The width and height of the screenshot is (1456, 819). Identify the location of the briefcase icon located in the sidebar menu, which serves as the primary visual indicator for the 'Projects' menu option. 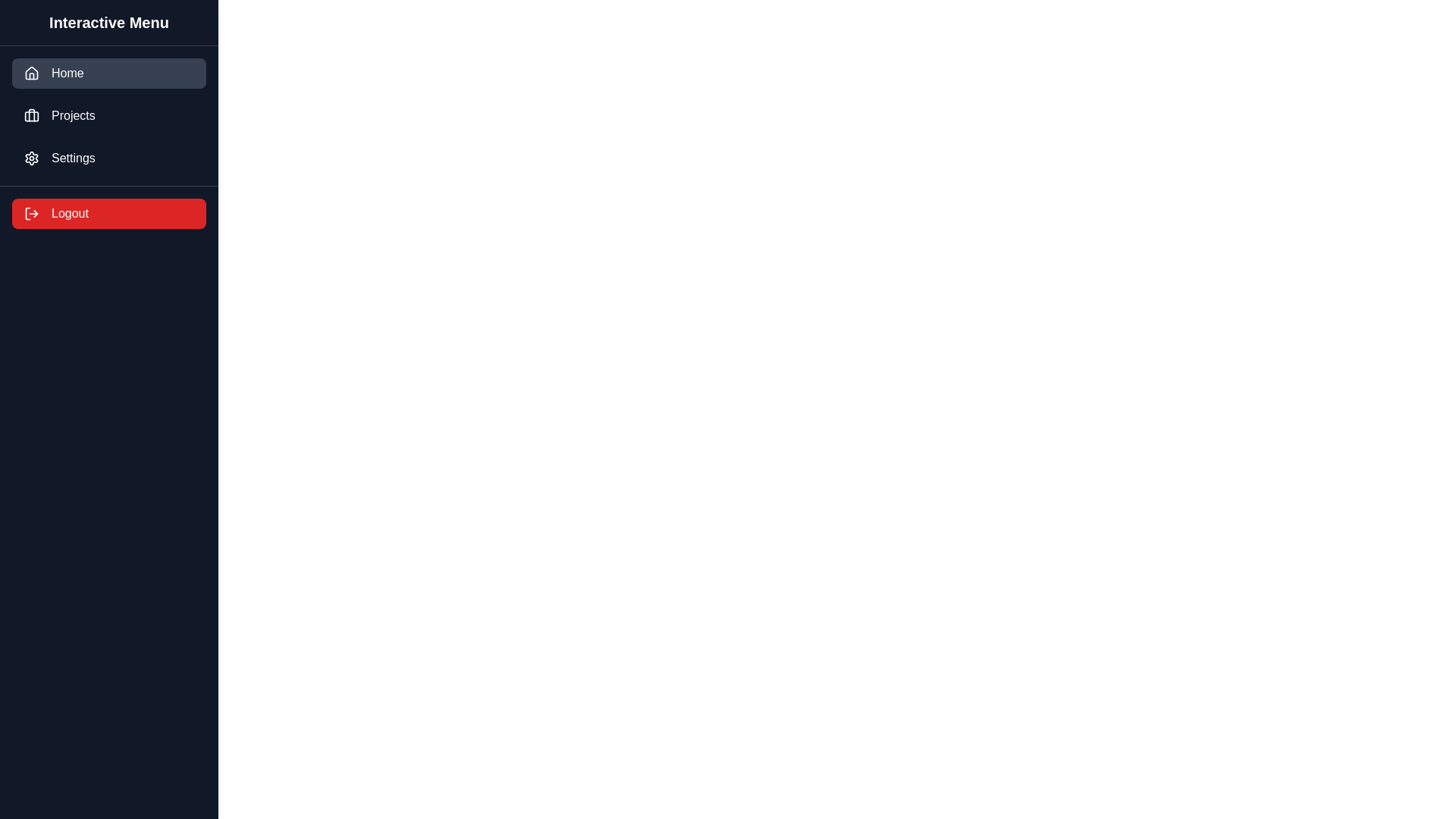
(32, 115).